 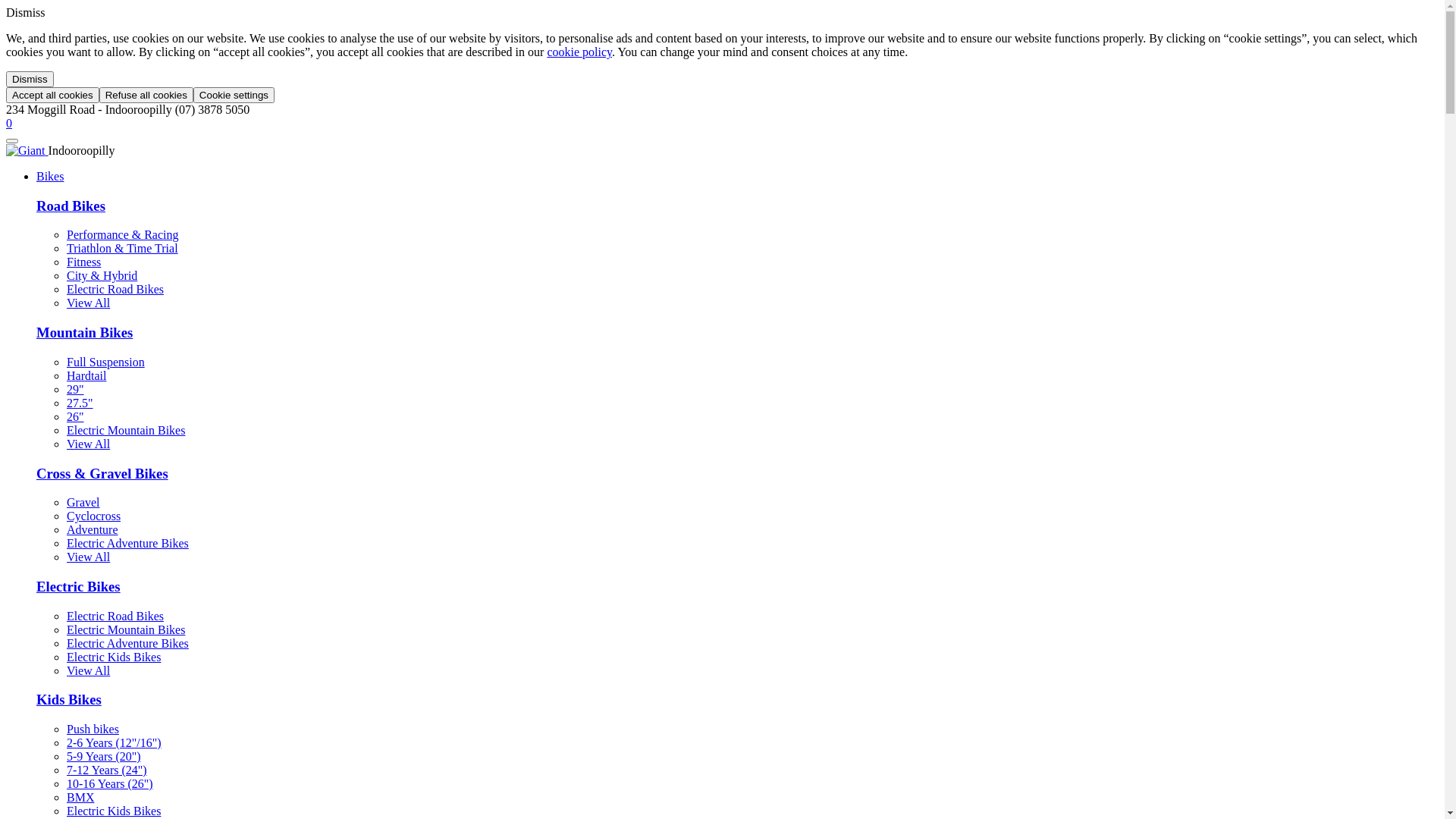 I want to click on 'Kids Bikes', so click(x=68, y=699).